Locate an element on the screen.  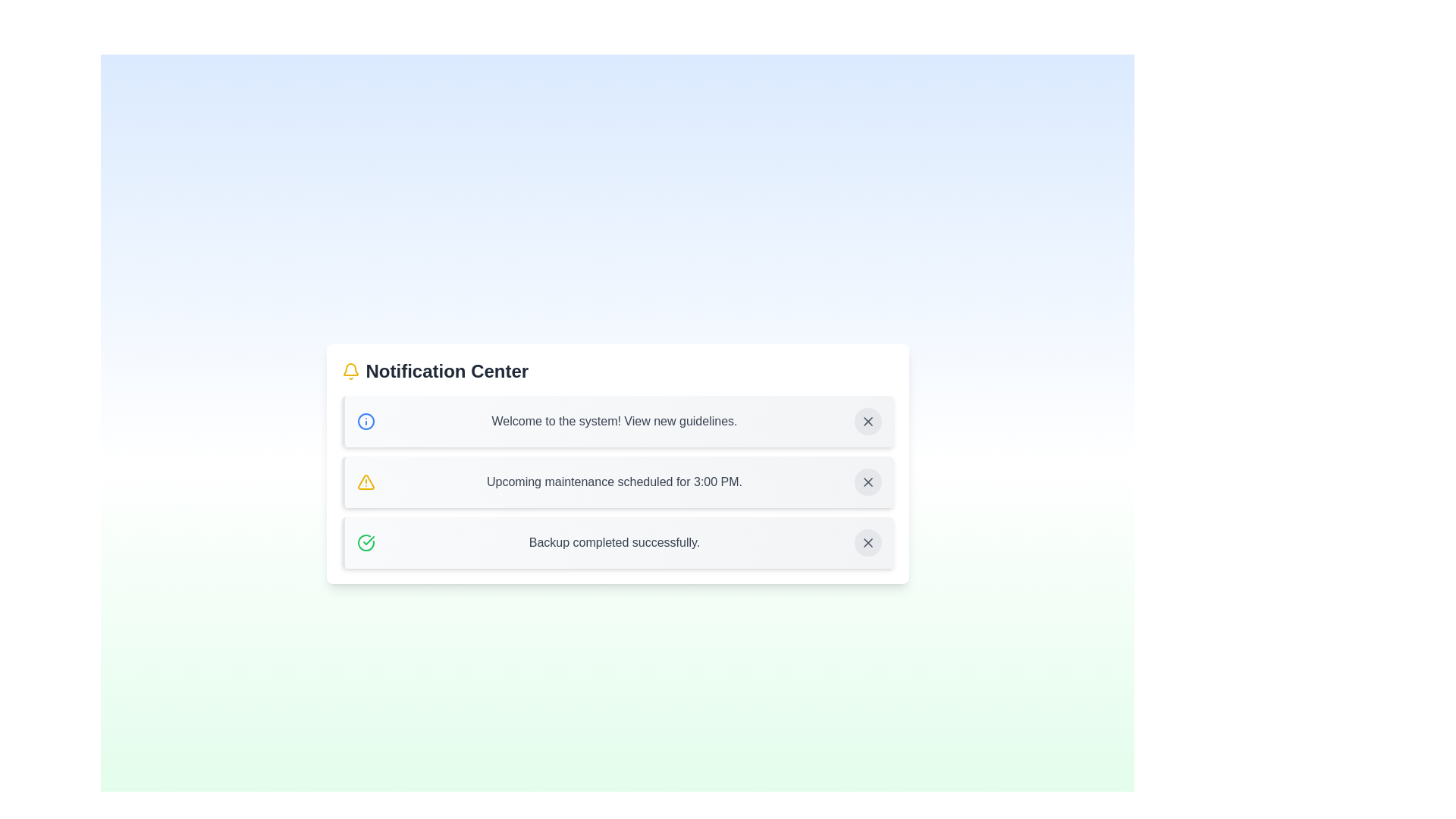
notification text displayed on the first notification card in the notification center, which is positioned below the 'Notification Center' header is located at coordinates (617, 421).